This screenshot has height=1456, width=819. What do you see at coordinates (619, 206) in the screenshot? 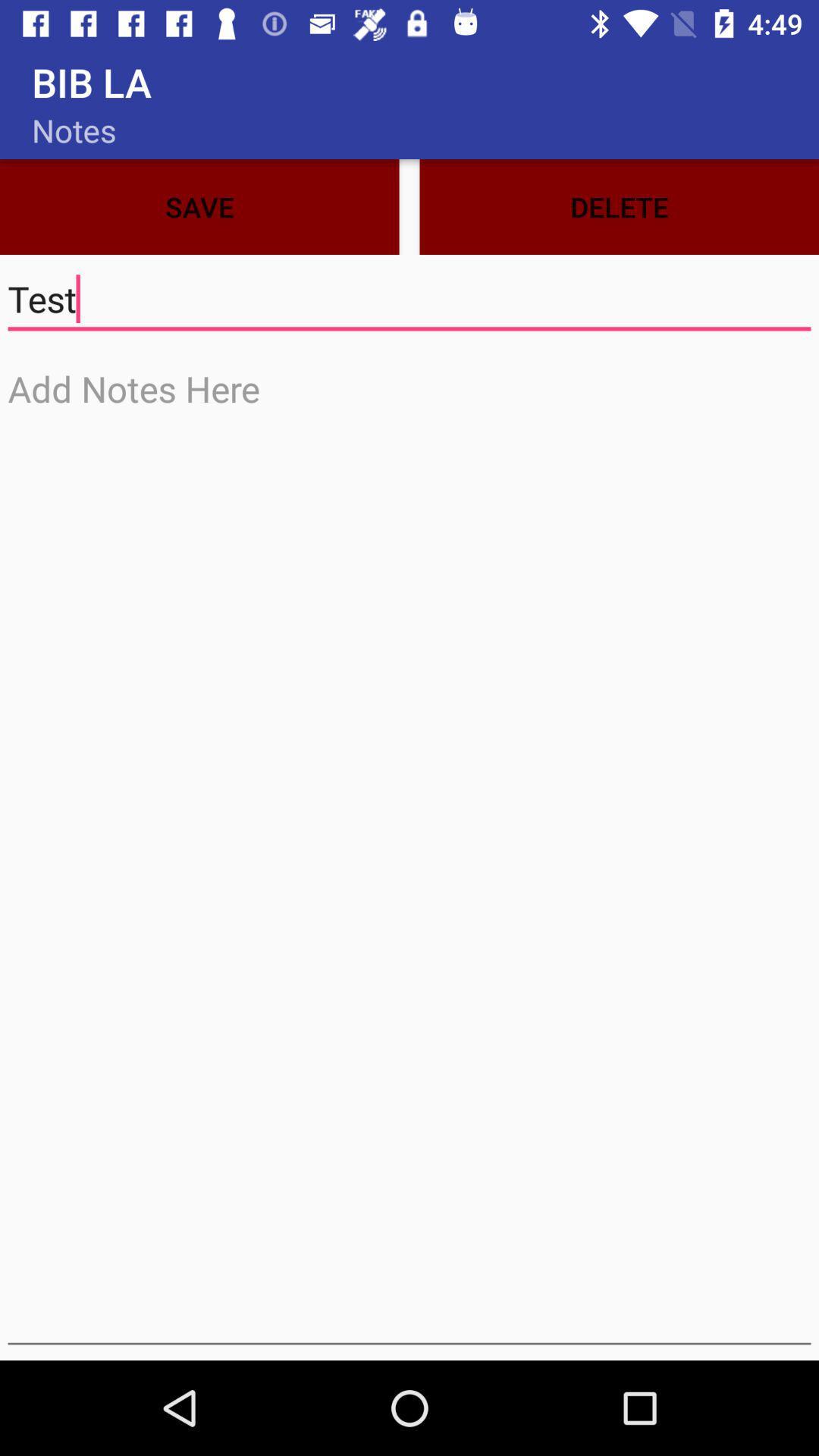
I see `icon next to the save icon` at bounding box center [619, 206].